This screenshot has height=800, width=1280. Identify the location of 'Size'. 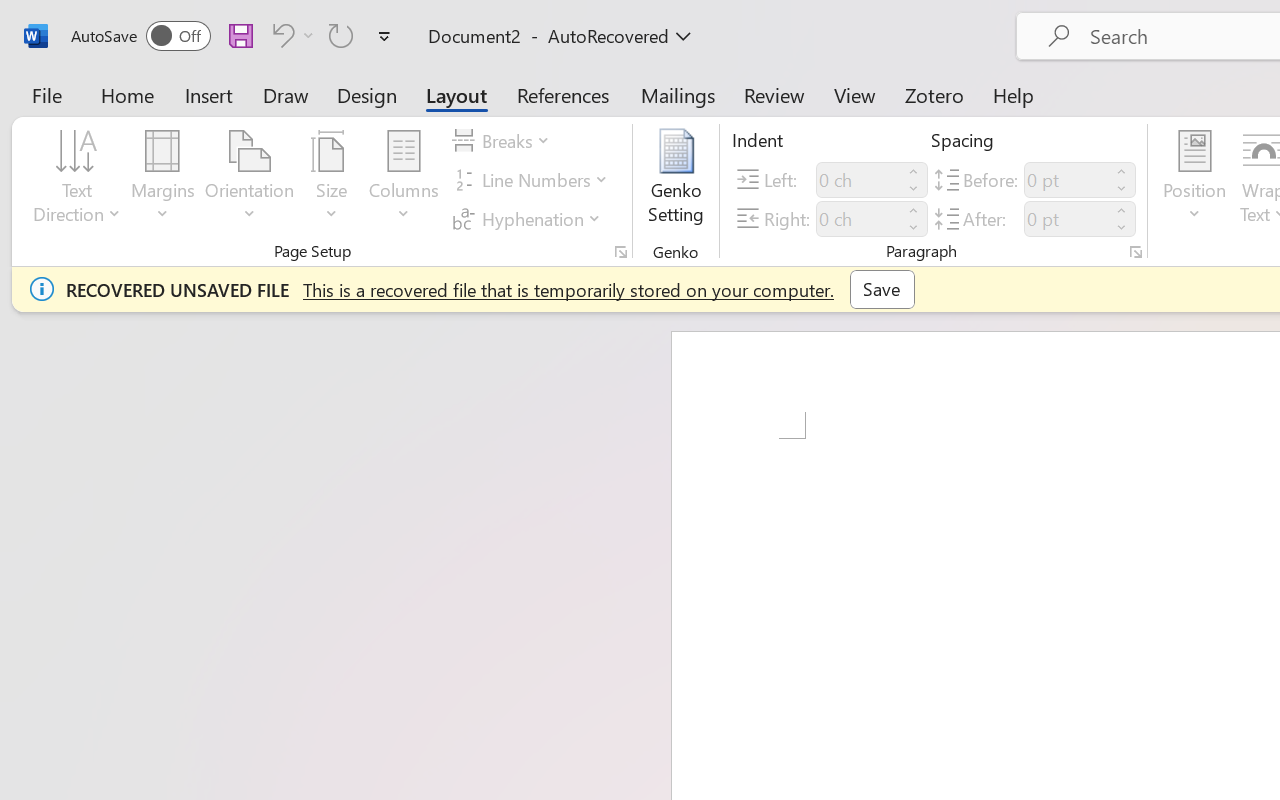
(332, 179).